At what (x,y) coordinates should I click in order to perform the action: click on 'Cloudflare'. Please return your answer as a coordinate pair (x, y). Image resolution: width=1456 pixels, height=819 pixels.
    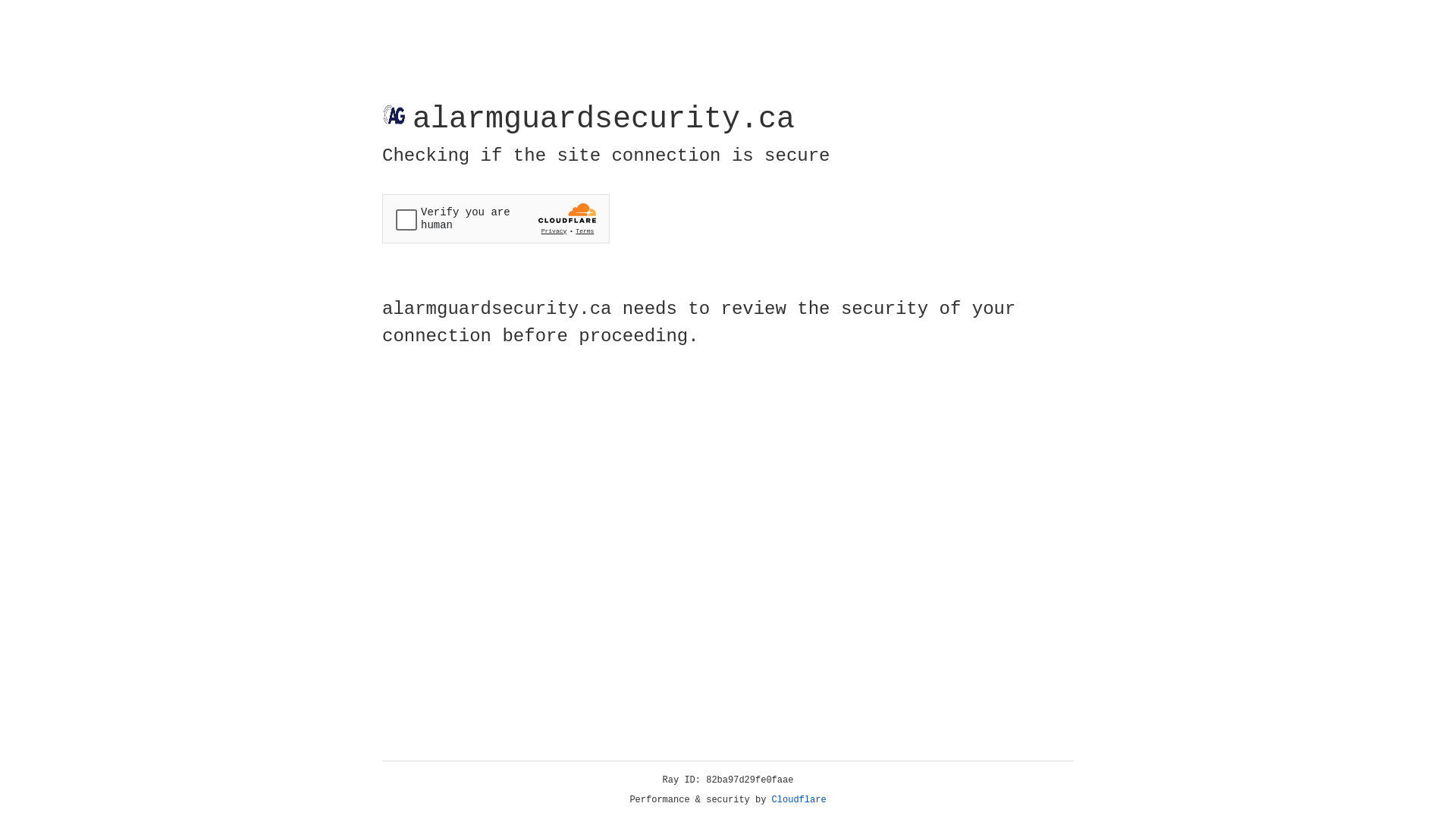
    Looking at the image, I should click on (799, 799).